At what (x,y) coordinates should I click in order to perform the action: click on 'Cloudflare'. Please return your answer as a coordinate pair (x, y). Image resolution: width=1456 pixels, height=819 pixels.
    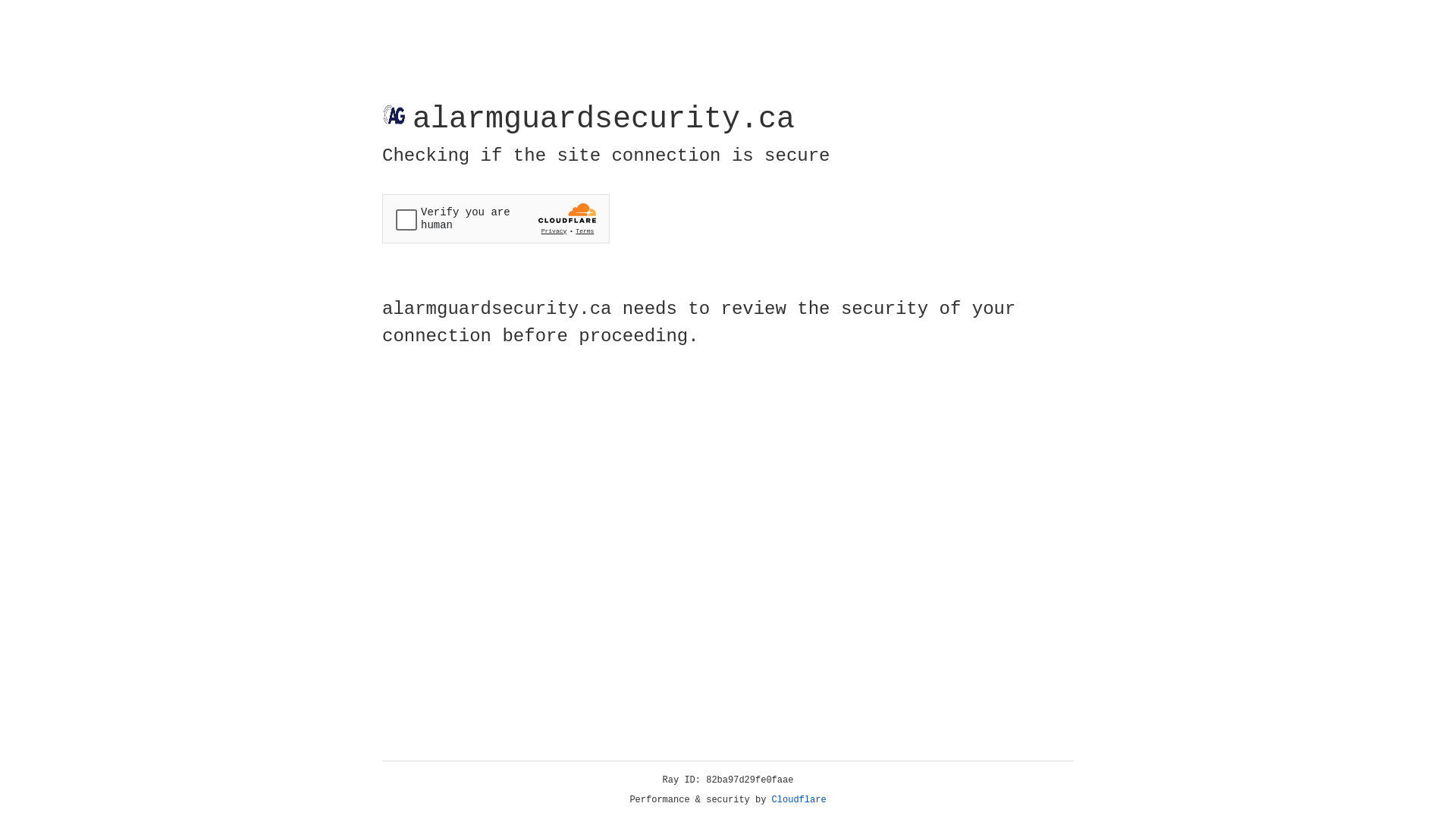
    Looking at the image, I should click on (799, 799).